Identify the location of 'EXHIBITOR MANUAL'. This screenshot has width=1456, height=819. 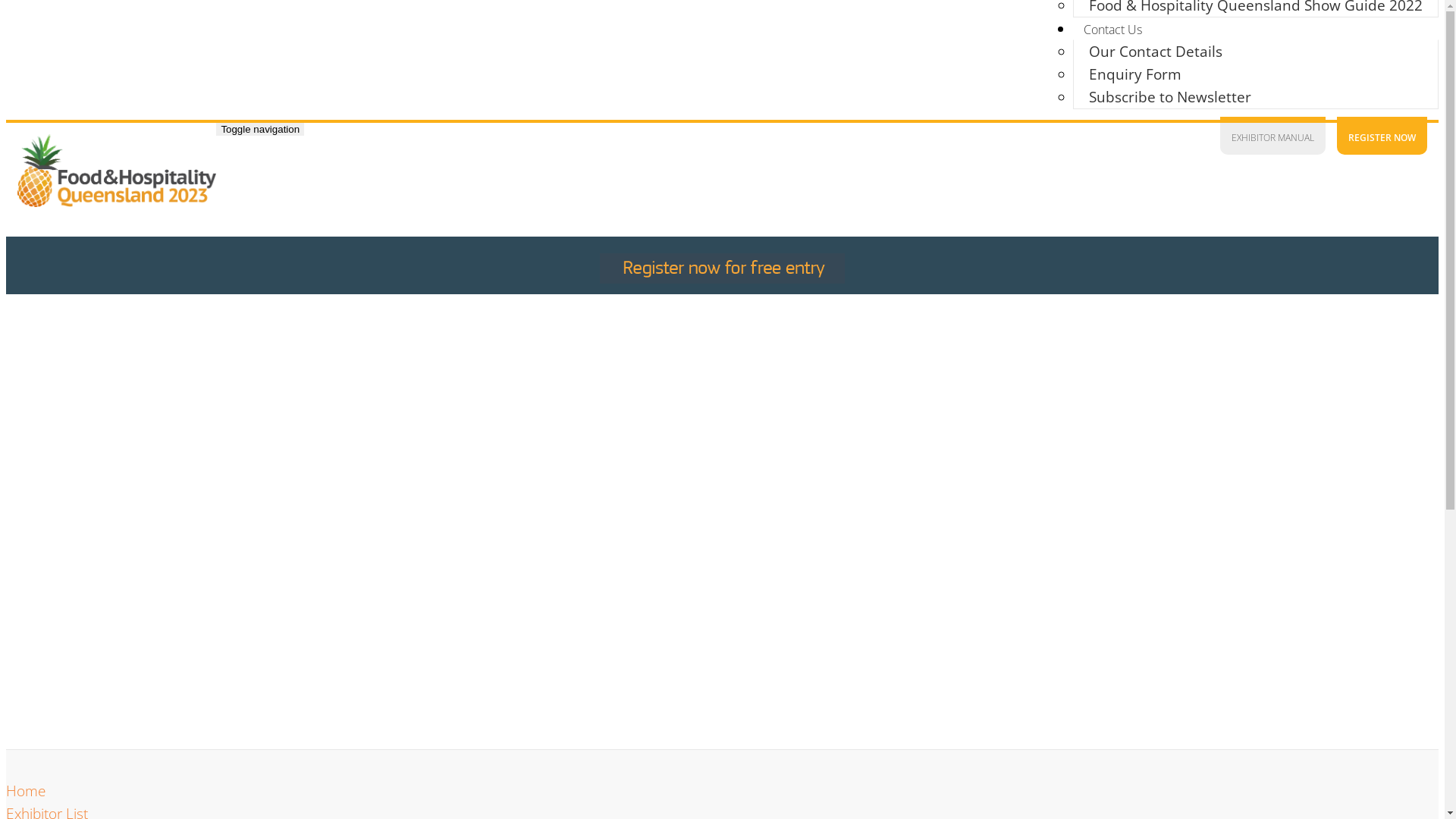
(1272, 134).